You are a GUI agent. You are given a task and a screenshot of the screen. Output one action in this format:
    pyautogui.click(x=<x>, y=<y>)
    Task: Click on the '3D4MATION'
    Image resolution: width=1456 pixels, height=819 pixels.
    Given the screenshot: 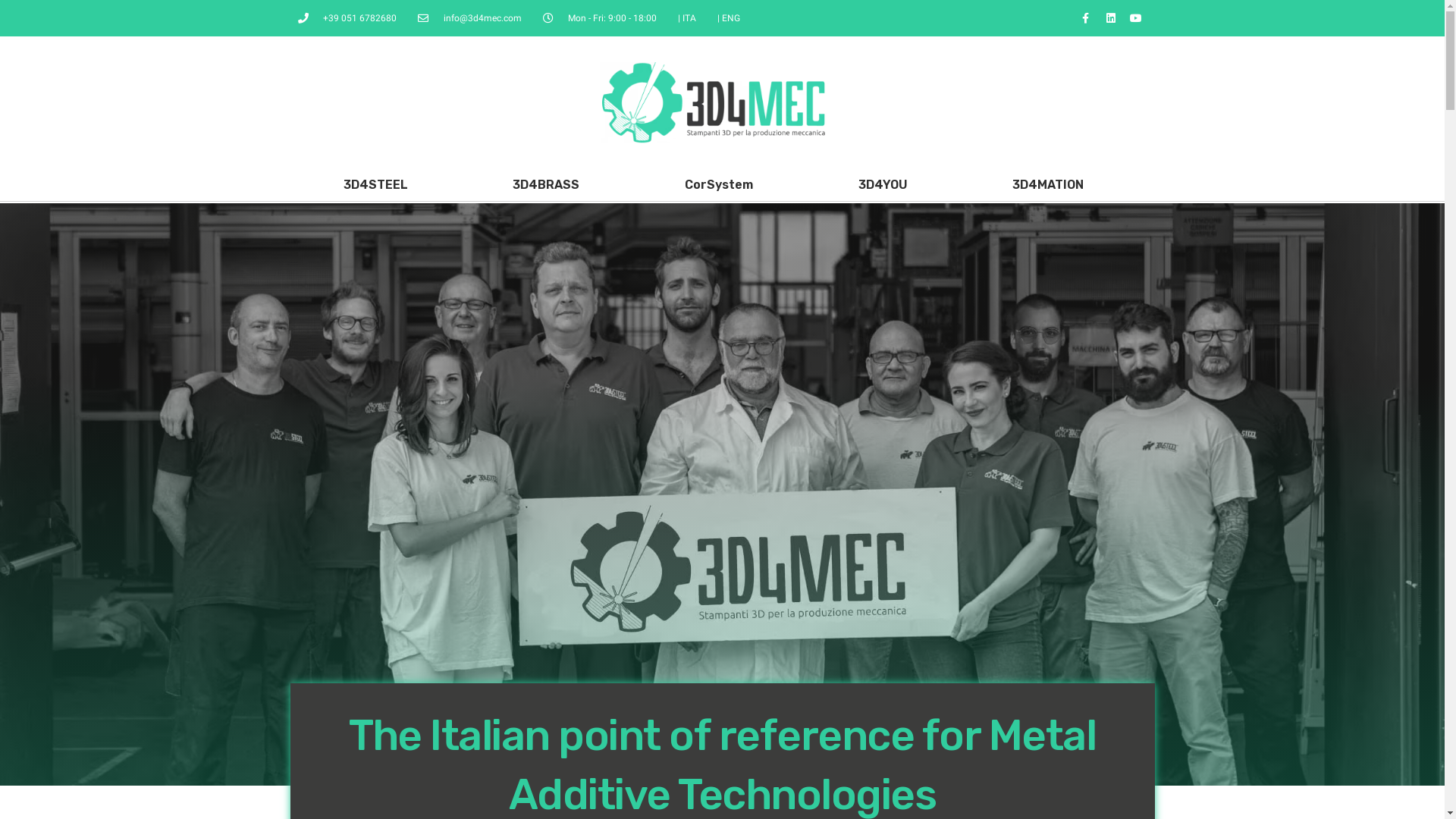 What is the action you would take?
    pyautogui.click(x=1047, y=184)
    